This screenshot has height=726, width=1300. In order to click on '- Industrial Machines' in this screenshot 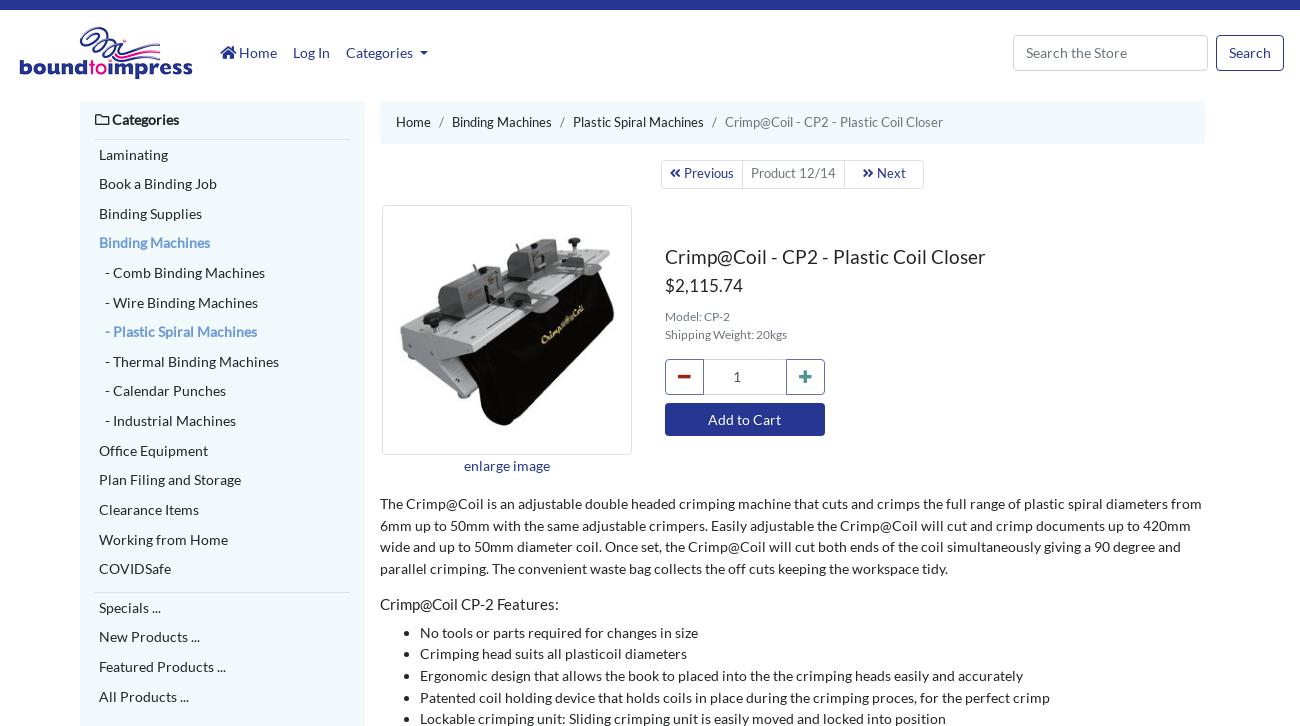, I will do `click(167, 420)`.